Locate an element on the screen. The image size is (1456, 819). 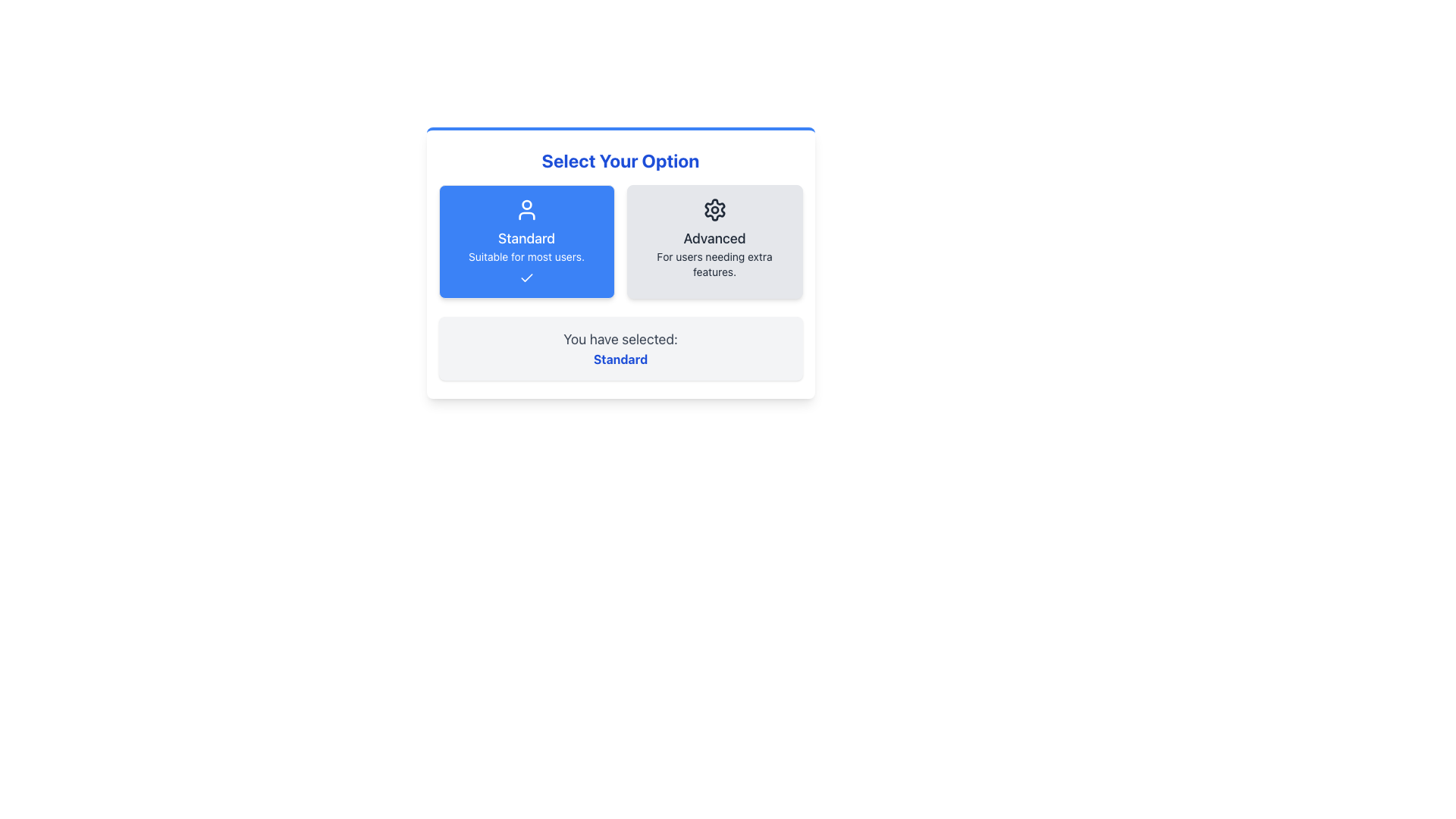
the state of the checkmark icon indicating that the 'Standard' option has been selected, located near the center of the blue button labeled 'Standard' is located at coordinates (526, 278).